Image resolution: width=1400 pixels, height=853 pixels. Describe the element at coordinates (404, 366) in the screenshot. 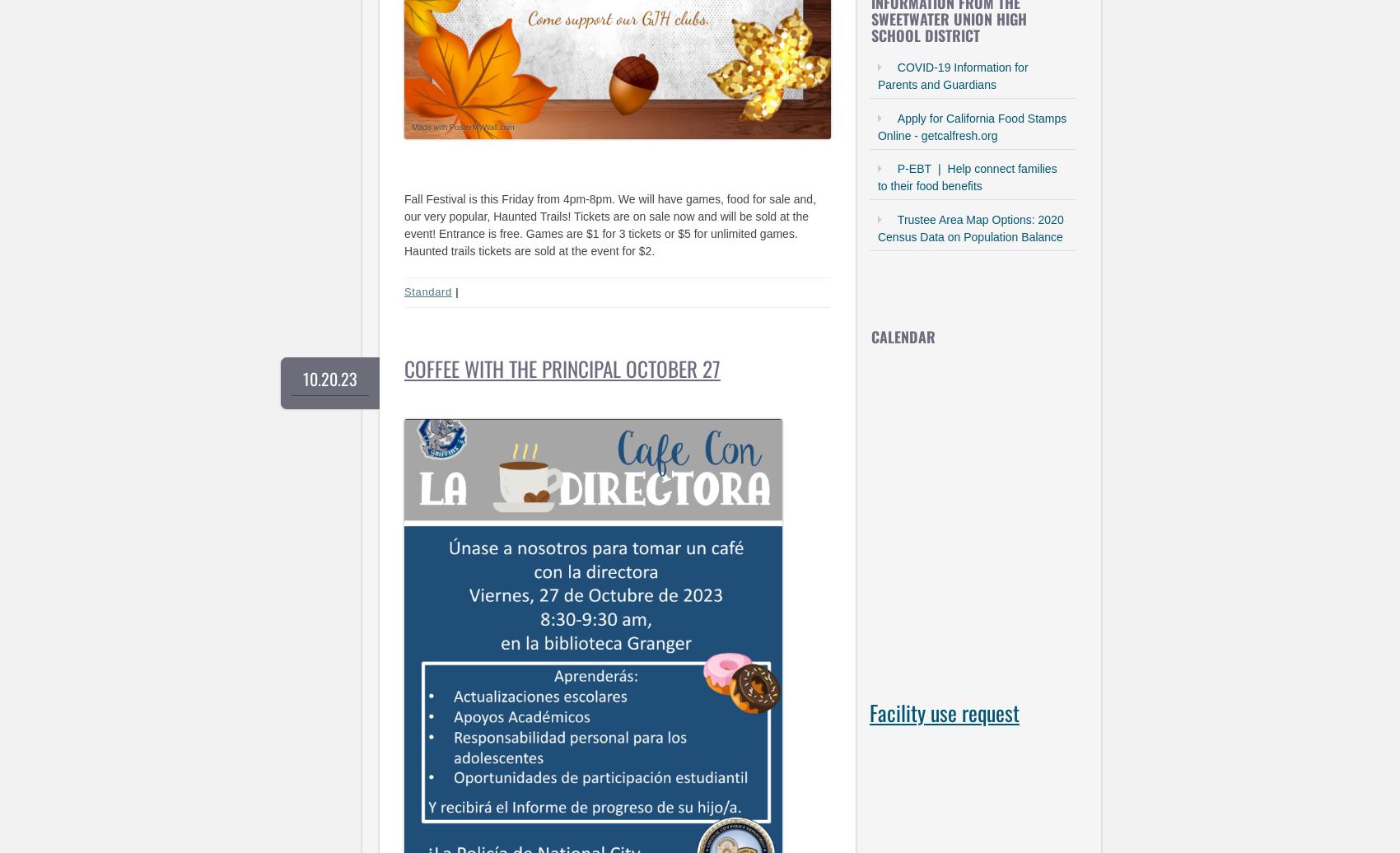

I see `'Coffee With the Principal October 27'` at that location.